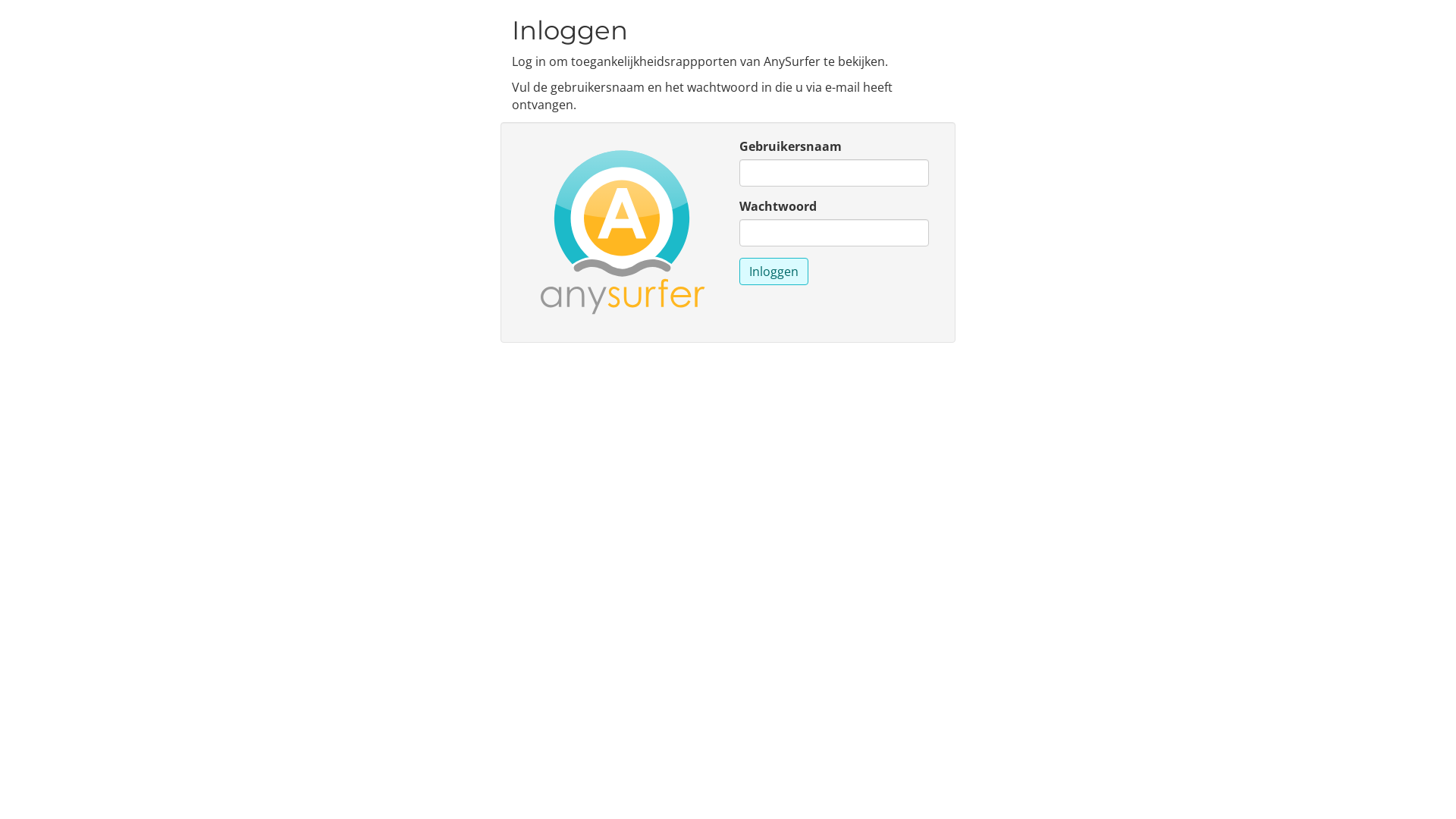 This screenshot has height=819, width=1456. Describe the element at coordinates (773, 271) in the screenshot. I see `'Inloggen'` at that location.